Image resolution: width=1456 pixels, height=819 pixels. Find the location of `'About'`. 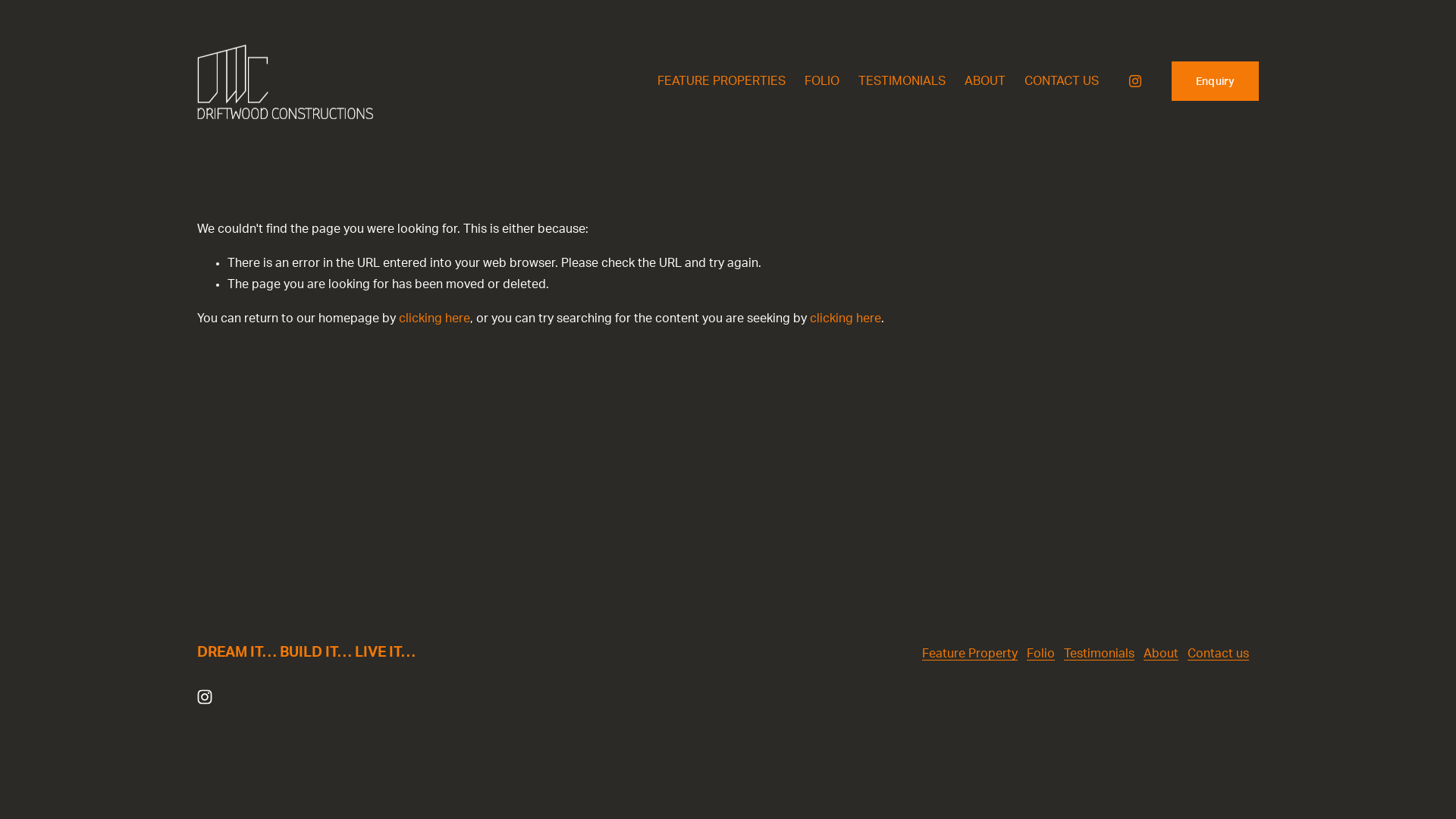

'About' is located at coordinates (1160, 653).